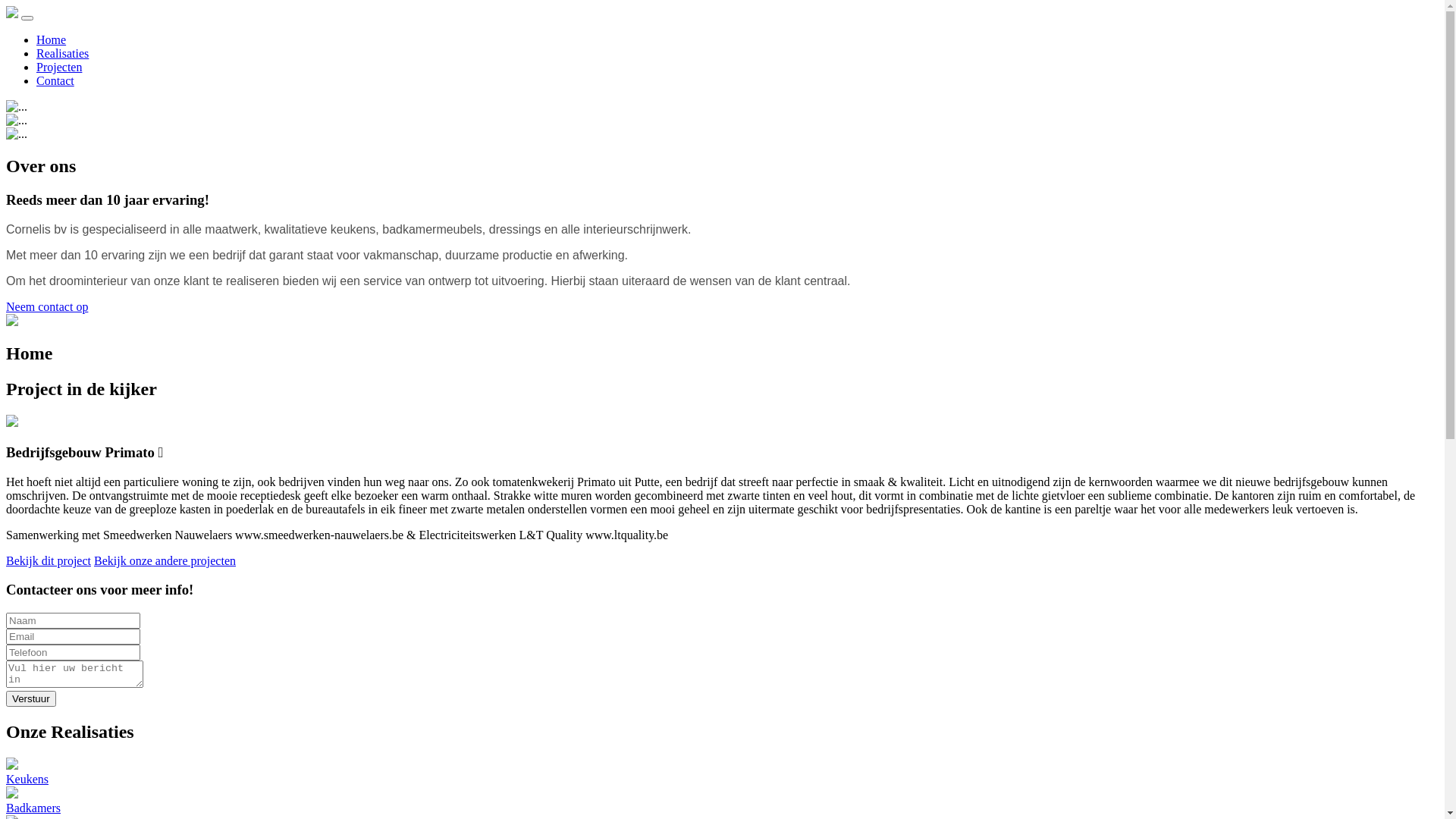 Image resolution: width=1456 pixels, height=819 pixels. What do you see at coordinates (721, 800) in the screenshot?
I see `'Badkamers'` at bounding box center [721, 800].